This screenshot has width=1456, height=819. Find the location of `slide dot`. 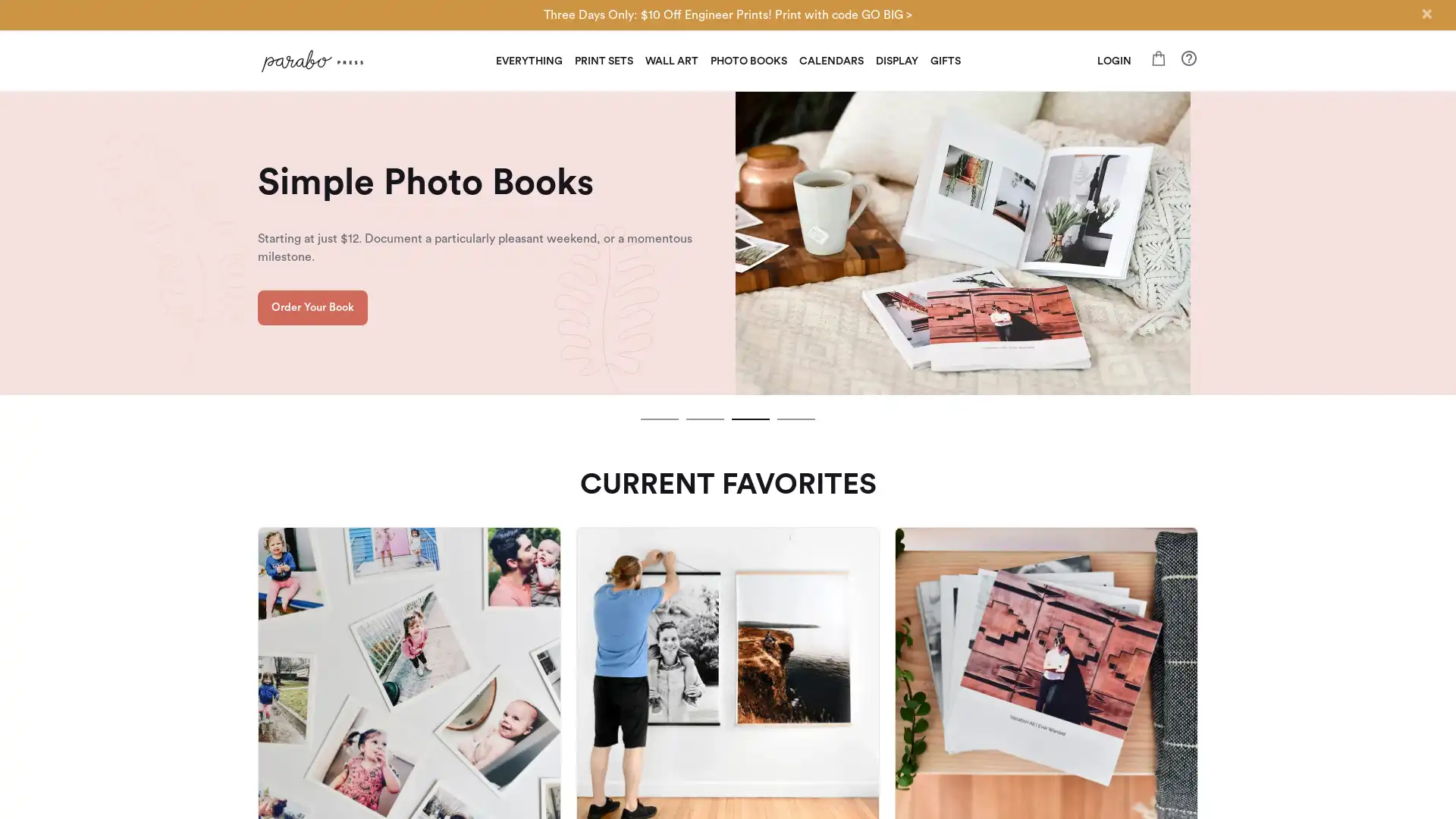

slide dot is located at coordinates (659, 419).